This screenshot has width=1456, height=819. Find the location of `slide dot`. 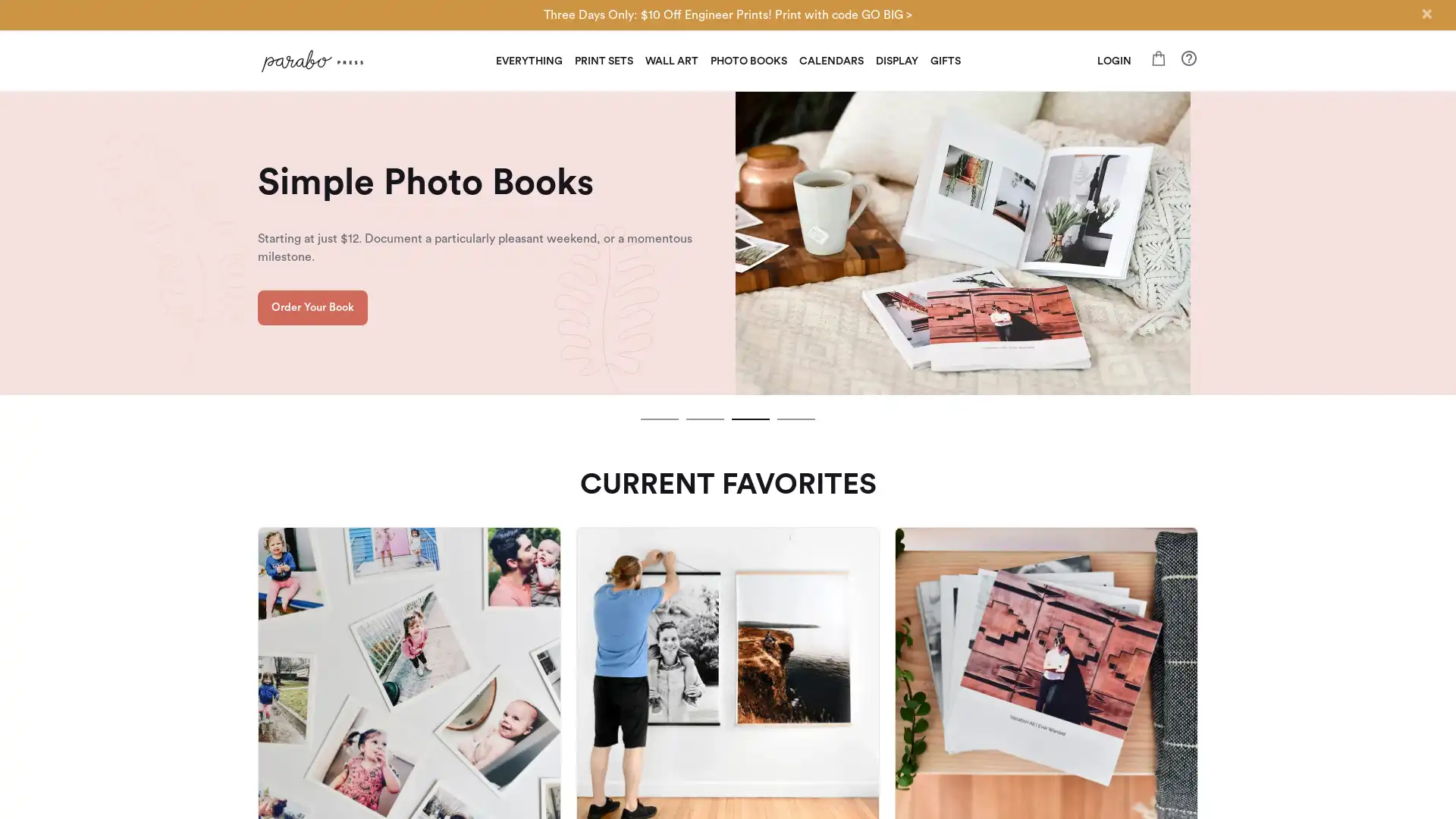

slide dot is located at coordinates (659, 419).